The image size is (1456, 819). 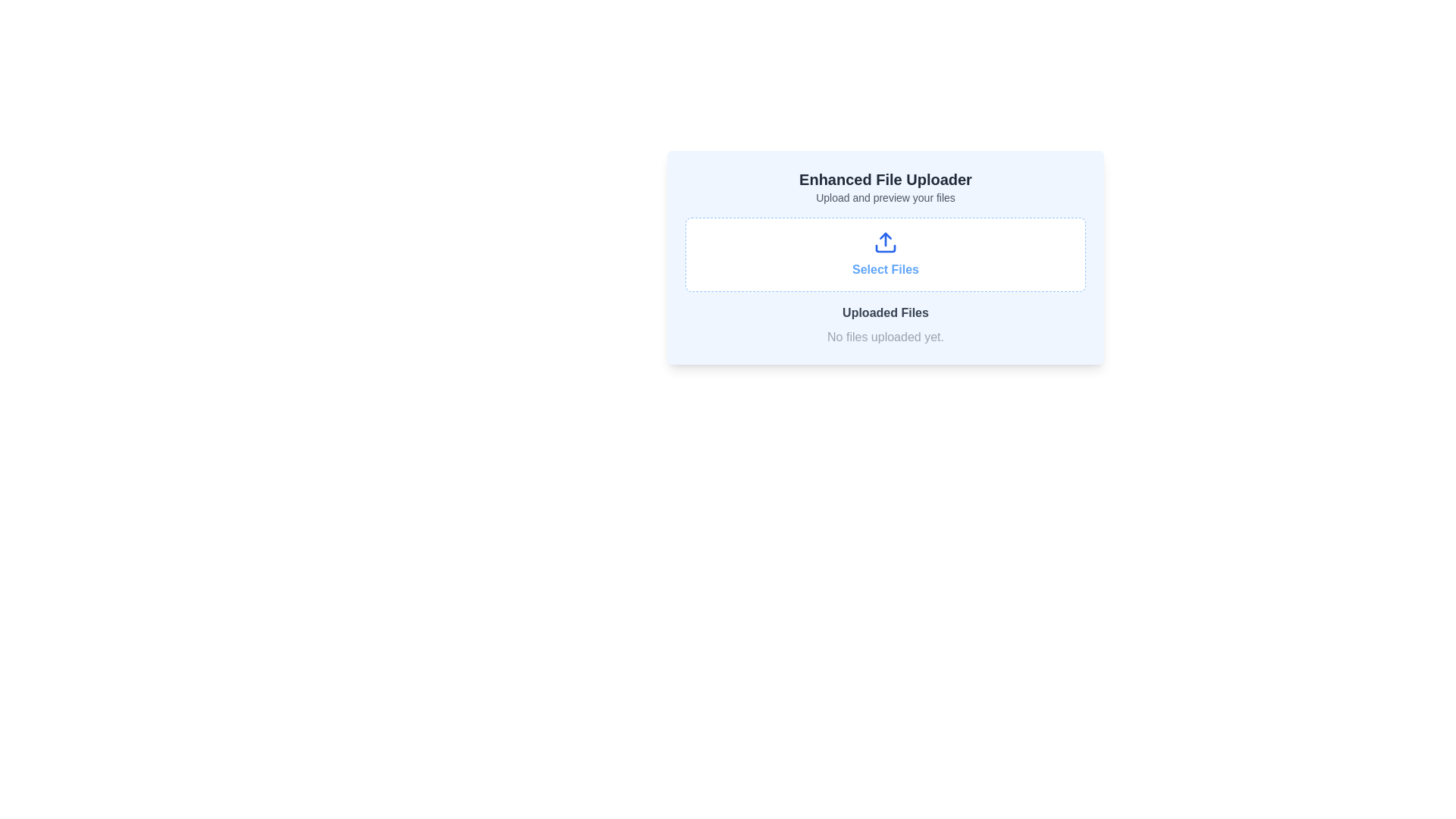 What do you see at coordinates (885, 336) in the screenshot?
I see `the Text label that indicates no files have been uploaded yet, located directly below the 'Uploaded Files' section heading` at bounding box center [885, 336].